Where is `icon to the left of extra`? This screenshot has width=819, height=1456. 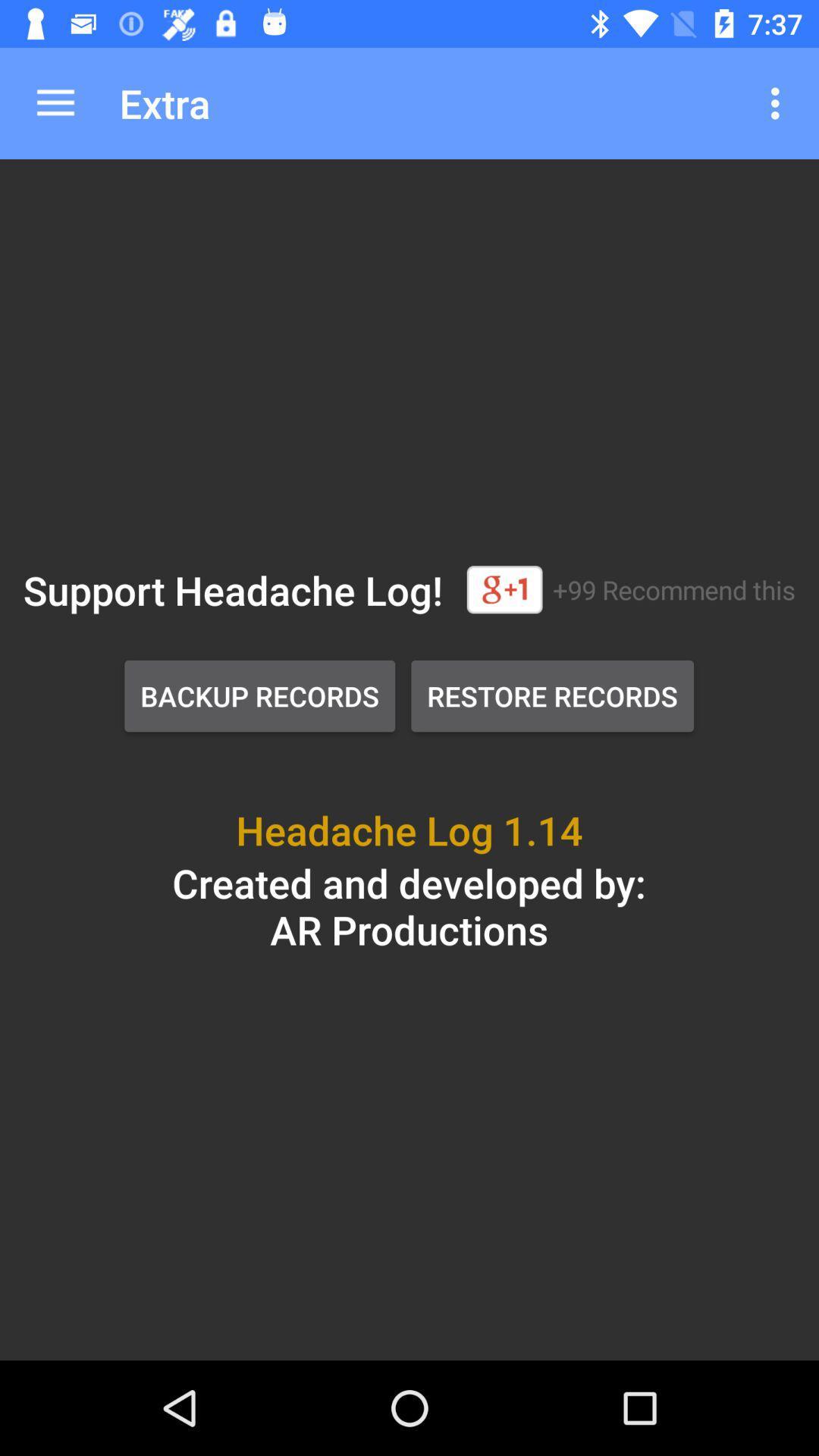
icon to the left of extra is located at coordinates (55, 102).